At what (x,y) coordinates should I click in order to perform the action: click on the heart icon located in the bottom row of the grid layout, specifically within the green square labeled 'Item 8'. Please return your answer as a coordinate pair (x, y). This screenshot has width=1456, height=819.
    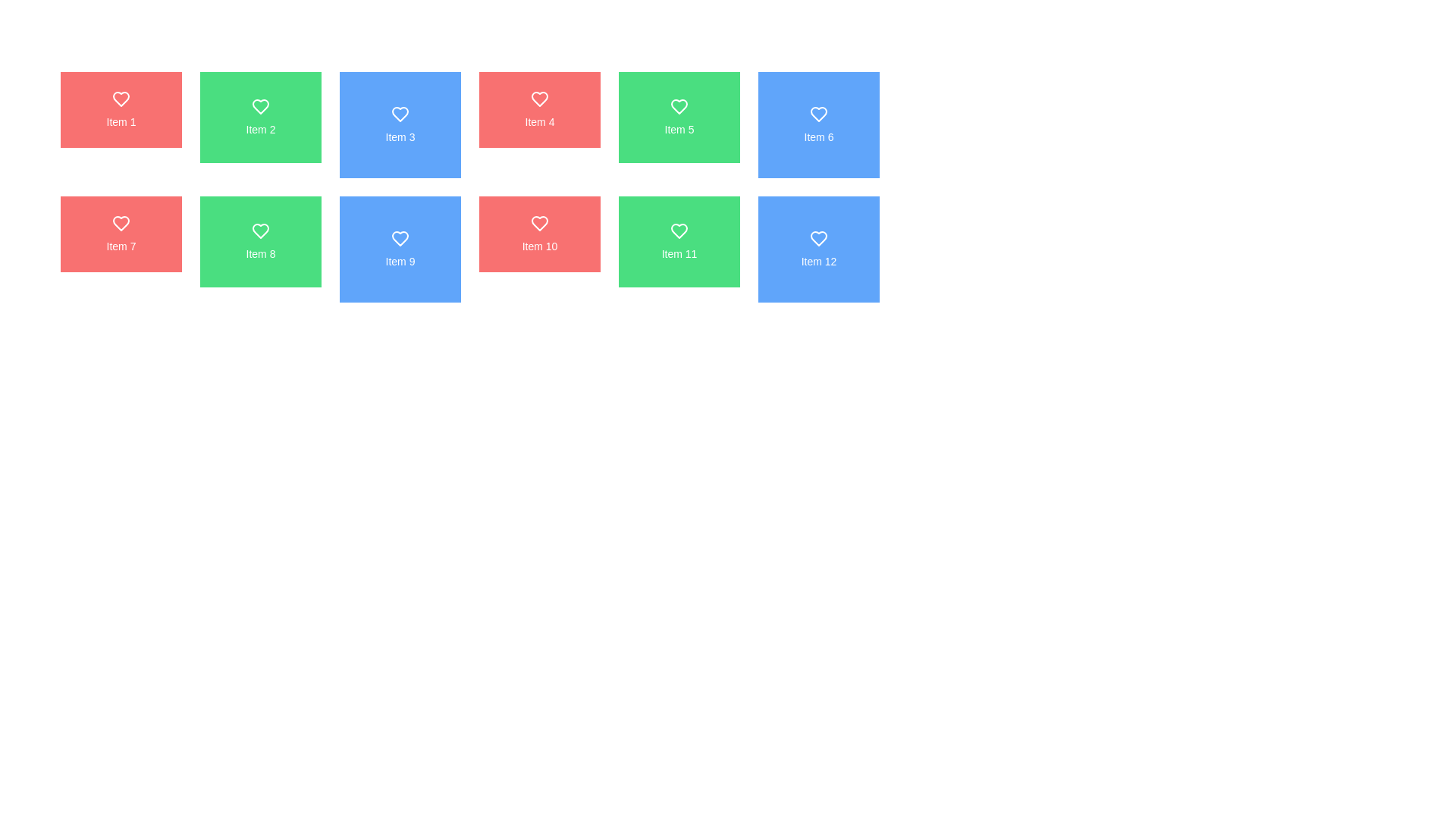
    Looking at the image, I should click on (261, 231).